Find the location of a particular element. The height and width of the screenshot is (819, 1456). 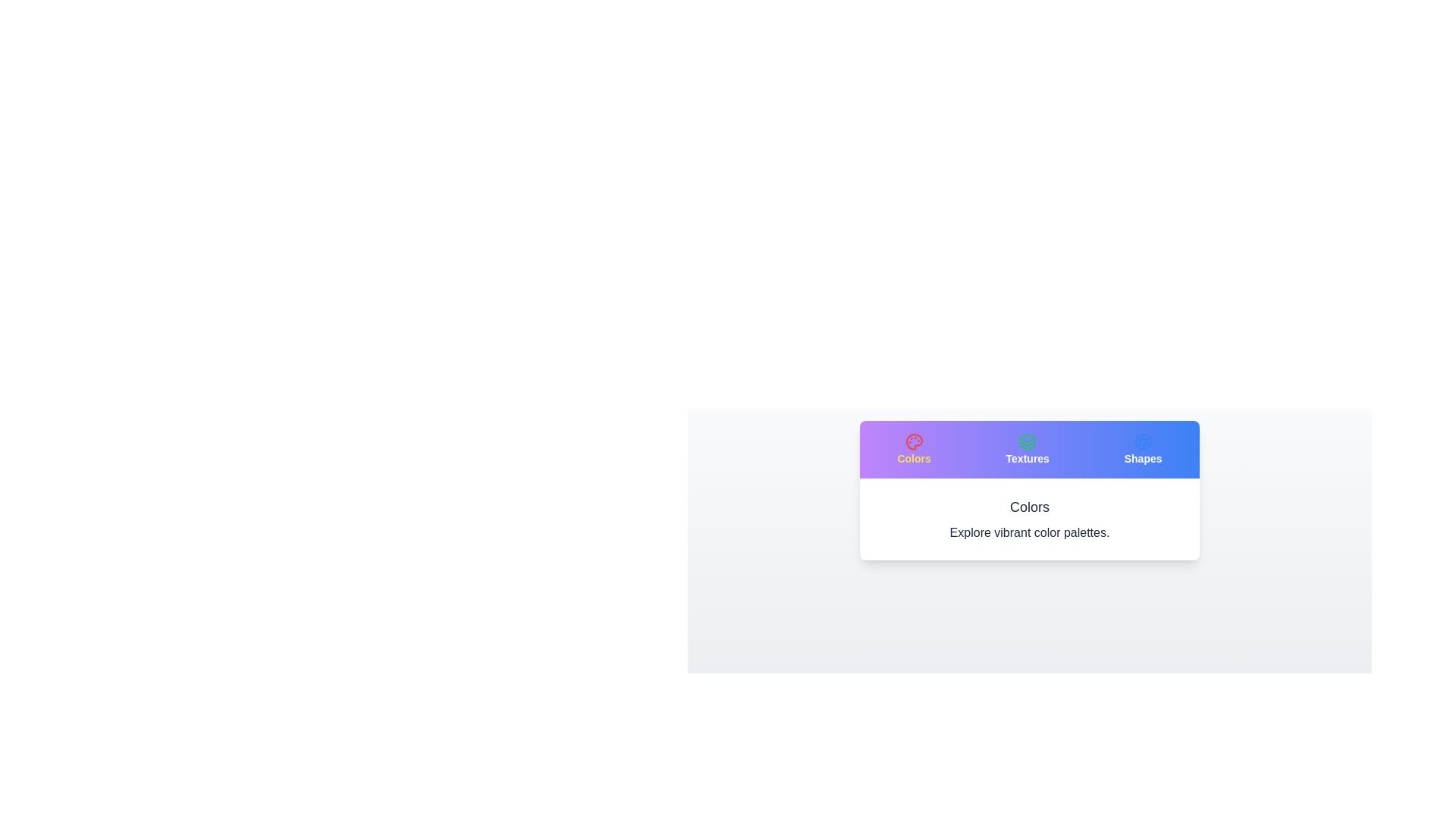

the tab button labeled 'Textures' is located at coordinates (1028, 449).